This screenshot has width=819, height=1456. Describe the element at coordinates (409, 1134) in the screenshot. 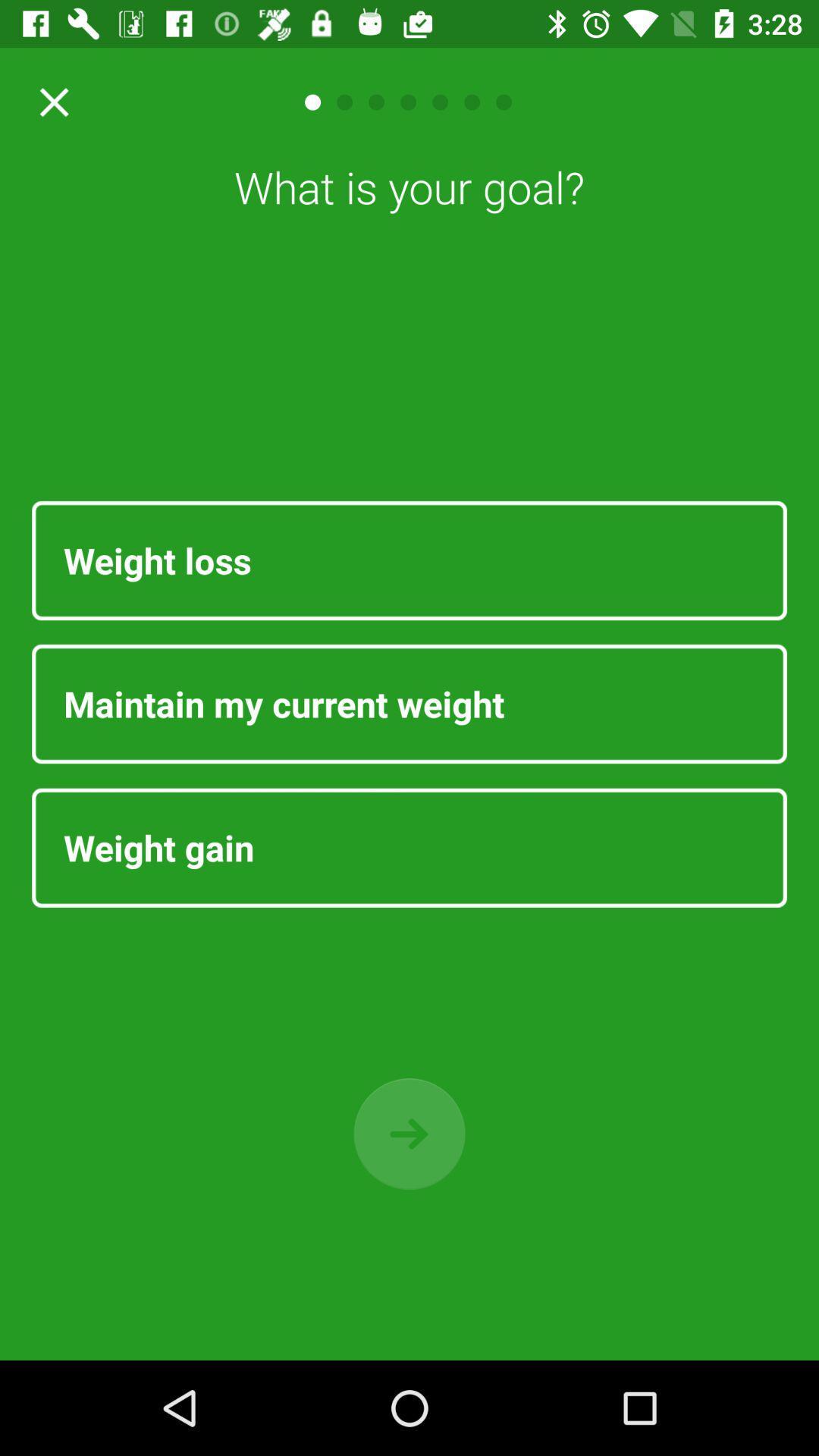

I see `go back` at that location.